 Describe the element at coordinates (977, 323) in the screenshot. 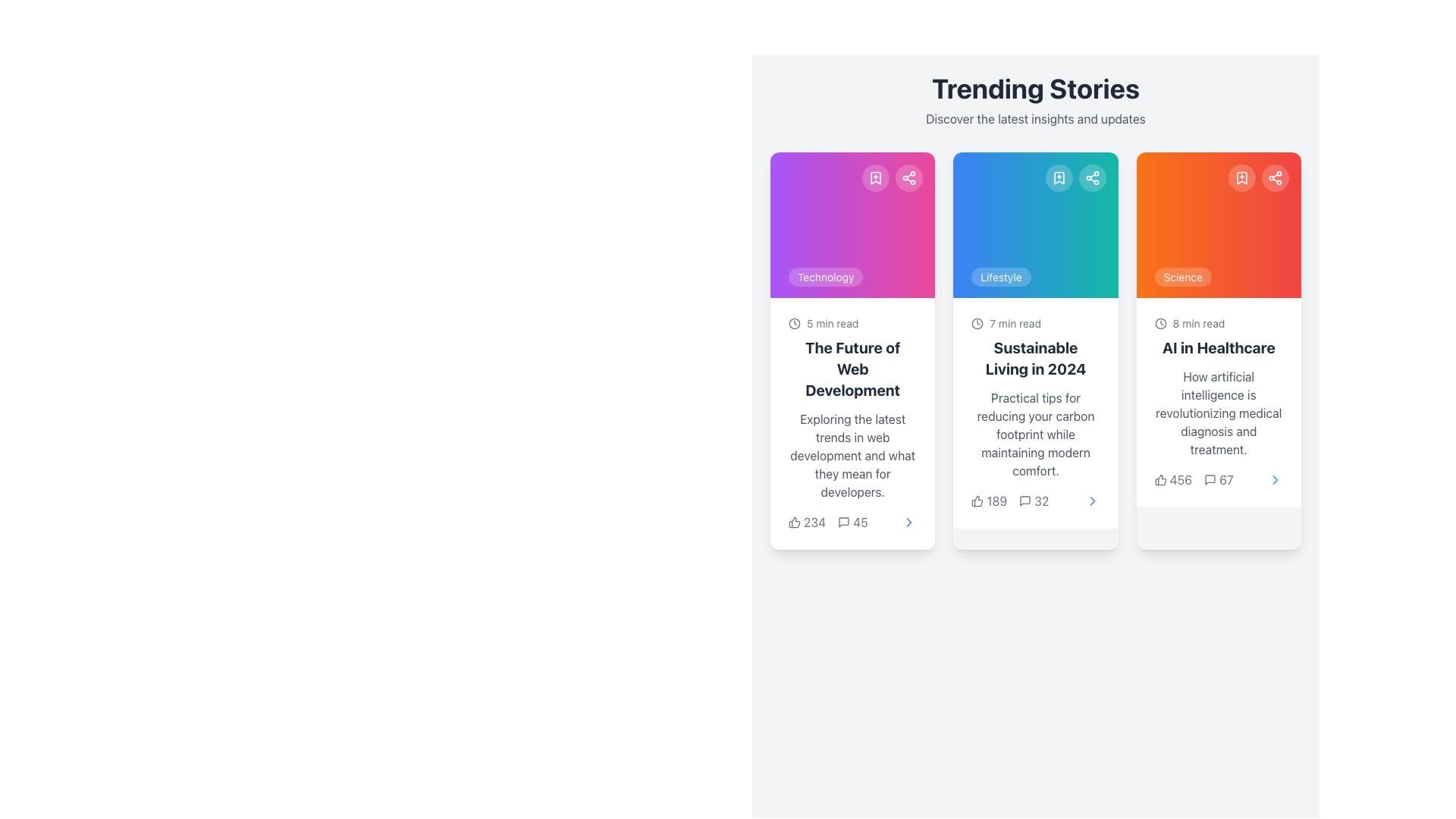

I see `the clock icon located to the immediate left of the text '7 min read' within the middle card titled 'Sustainable Living in 2024' for potential interaction` at that location.